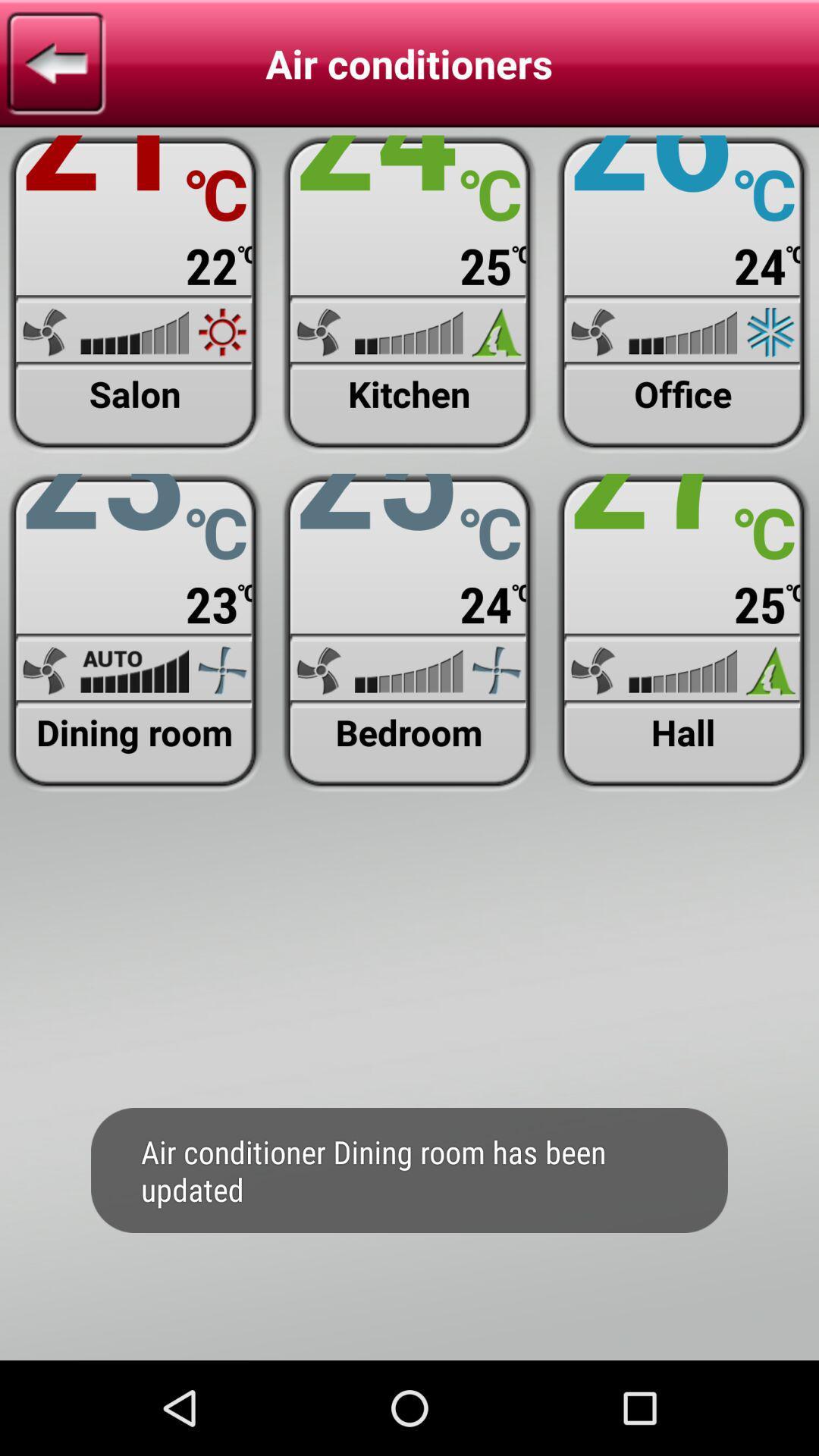  Describe the element at coordinates (683, 632) in the screenshot. I see `hall air conditioner` at that location.